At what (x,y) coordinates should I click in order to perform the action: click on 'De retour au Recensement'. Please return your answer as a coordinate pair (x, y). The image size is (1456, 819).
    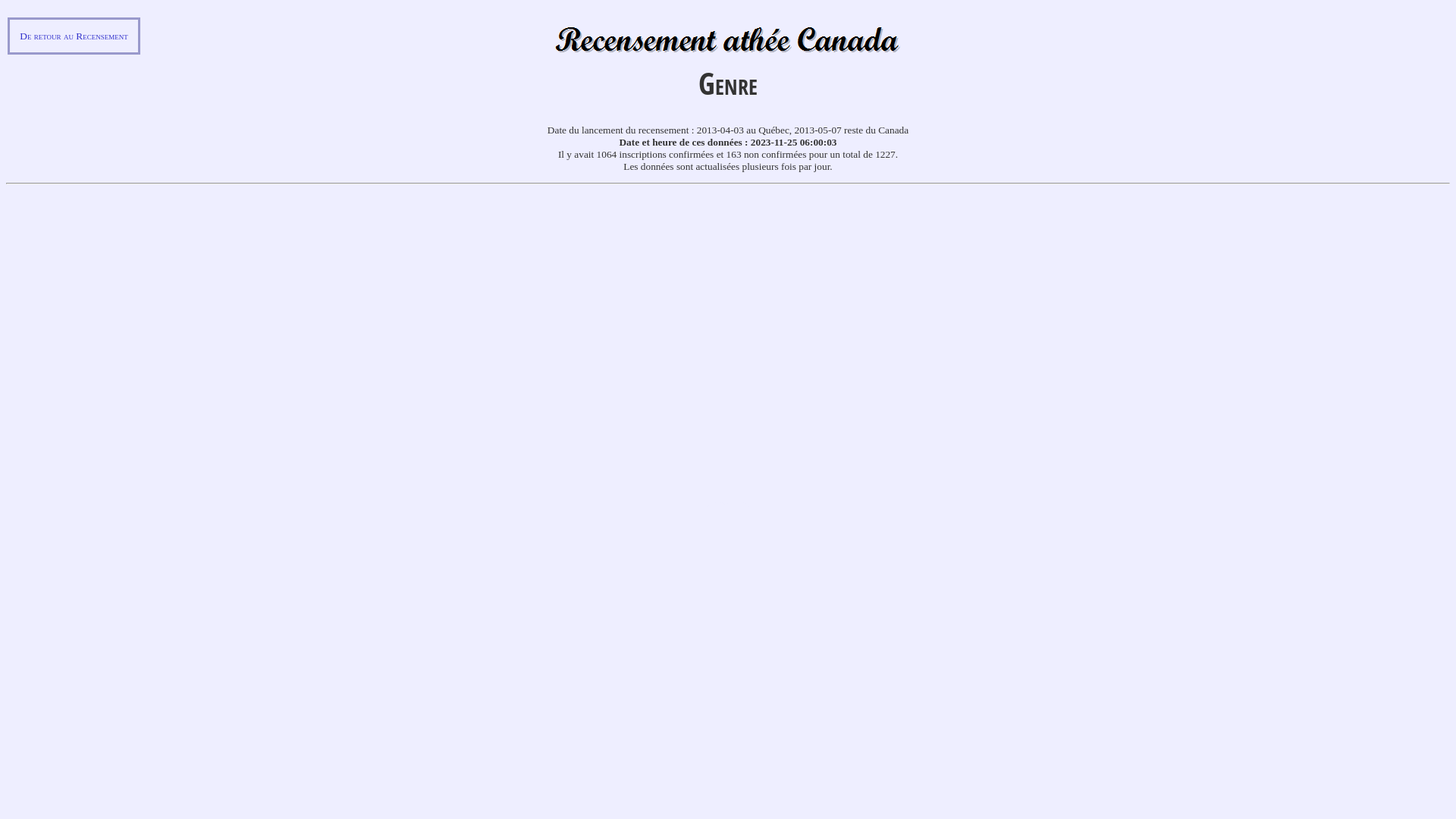
    Looking at the image, I should click on (19, 35).